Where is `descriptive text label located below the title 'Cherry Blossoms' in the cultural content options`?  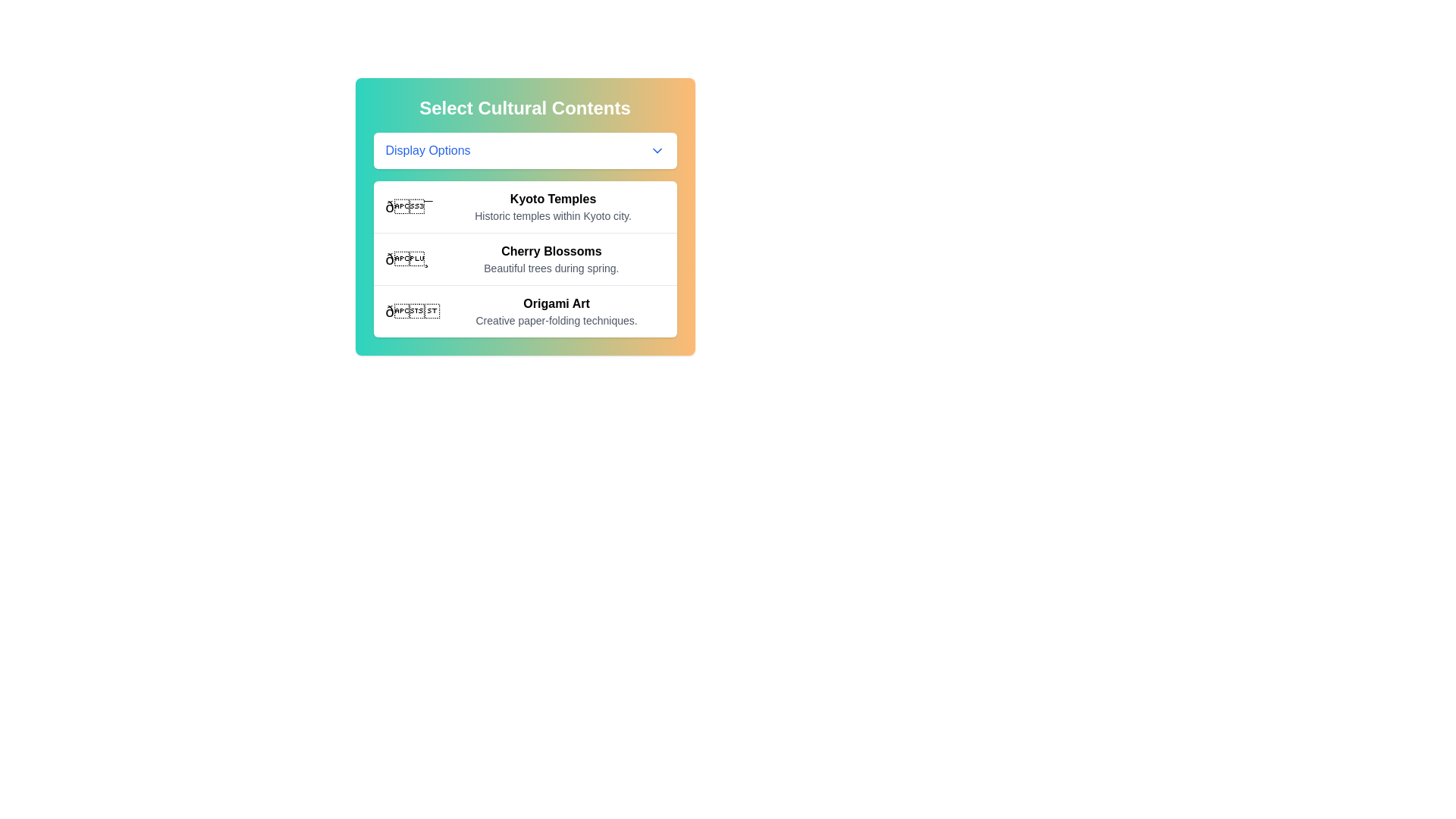
descriptive text label located below the title 'Cherry Blossoms' in the cultural content options is located at coordinates (551, 268).